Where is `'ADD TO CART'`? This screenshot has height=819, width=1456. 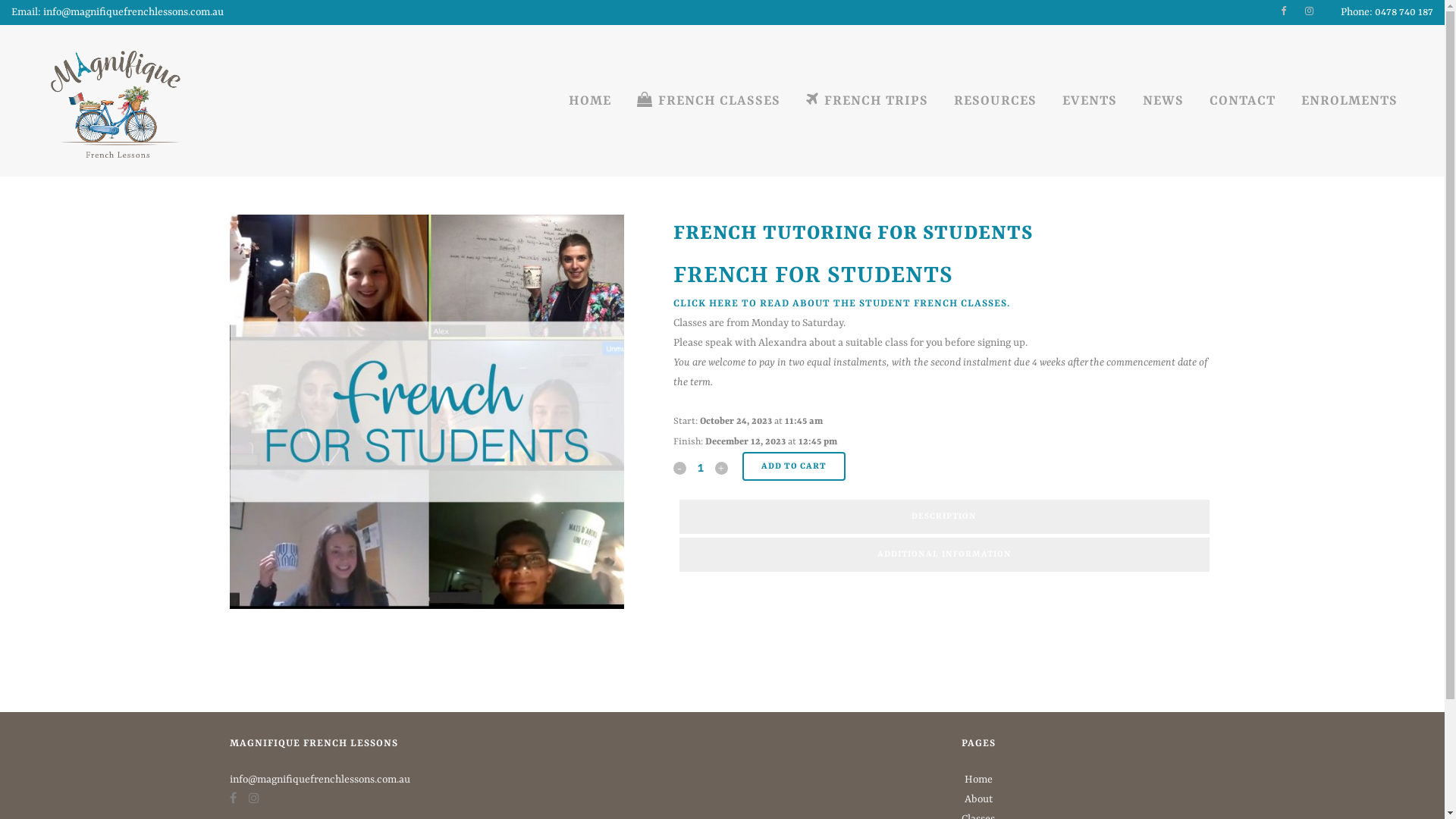 'ADD TO CART' is located at coordinates (792, 465).